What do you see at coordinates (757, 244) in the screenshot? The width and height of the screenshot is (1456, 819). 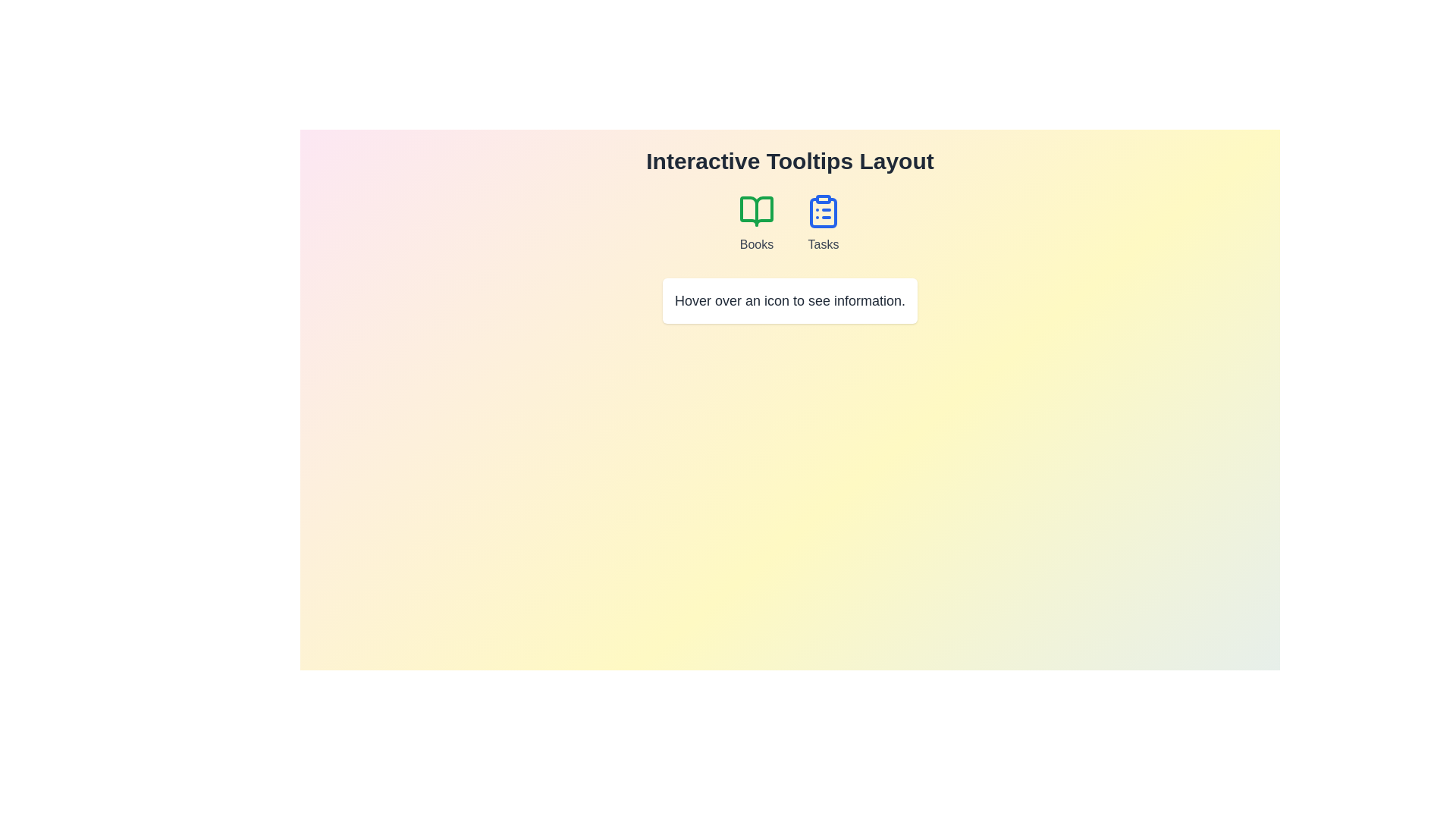 I see `the text label displaying 'Books', which is styled in medium gray and positioned below an open book icon` at bounding box center [757, 244].